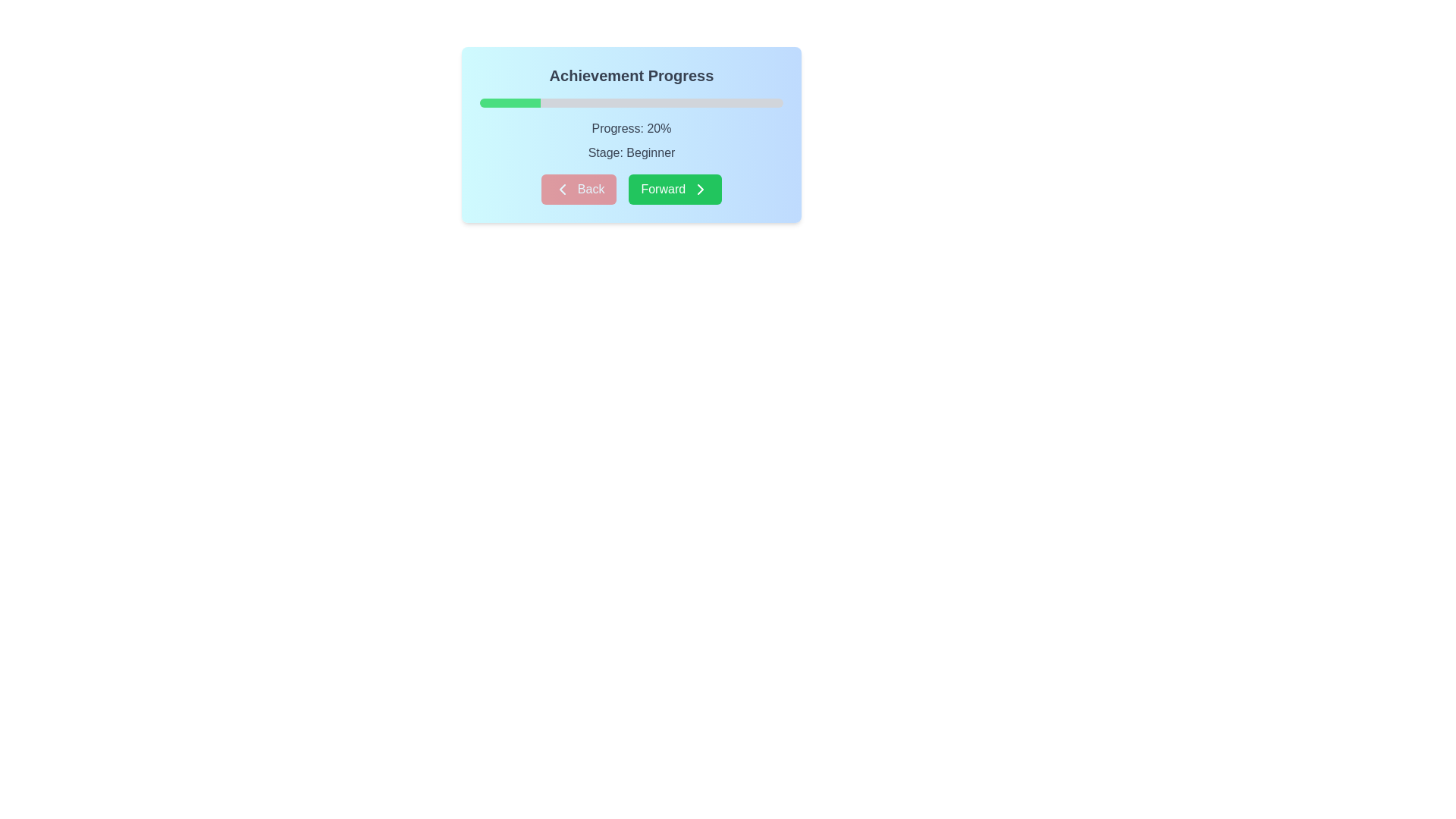 This screenshot has height=819, width=1456. What do you see at coordinates (632, 133) in the screenshot?
I see `current progress percentage and the stage information displayed on the Card component with progress tracker functionality, located in the upper-middle section of the modal` at bounding box center [632, 133].